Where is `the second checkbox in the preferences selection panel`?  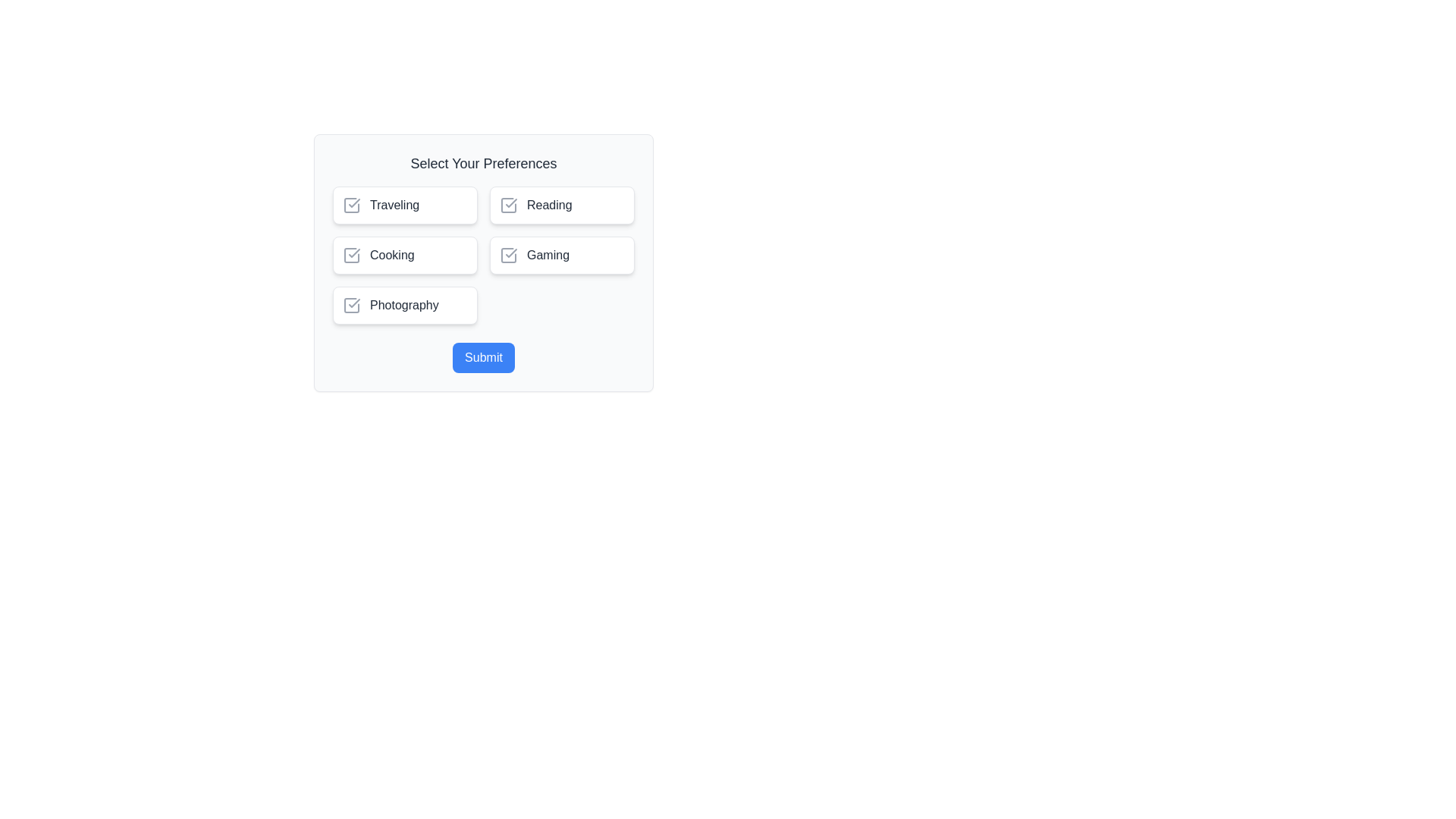 the second checkbox in the preferences selection panel is located at coordinates (351, 254).